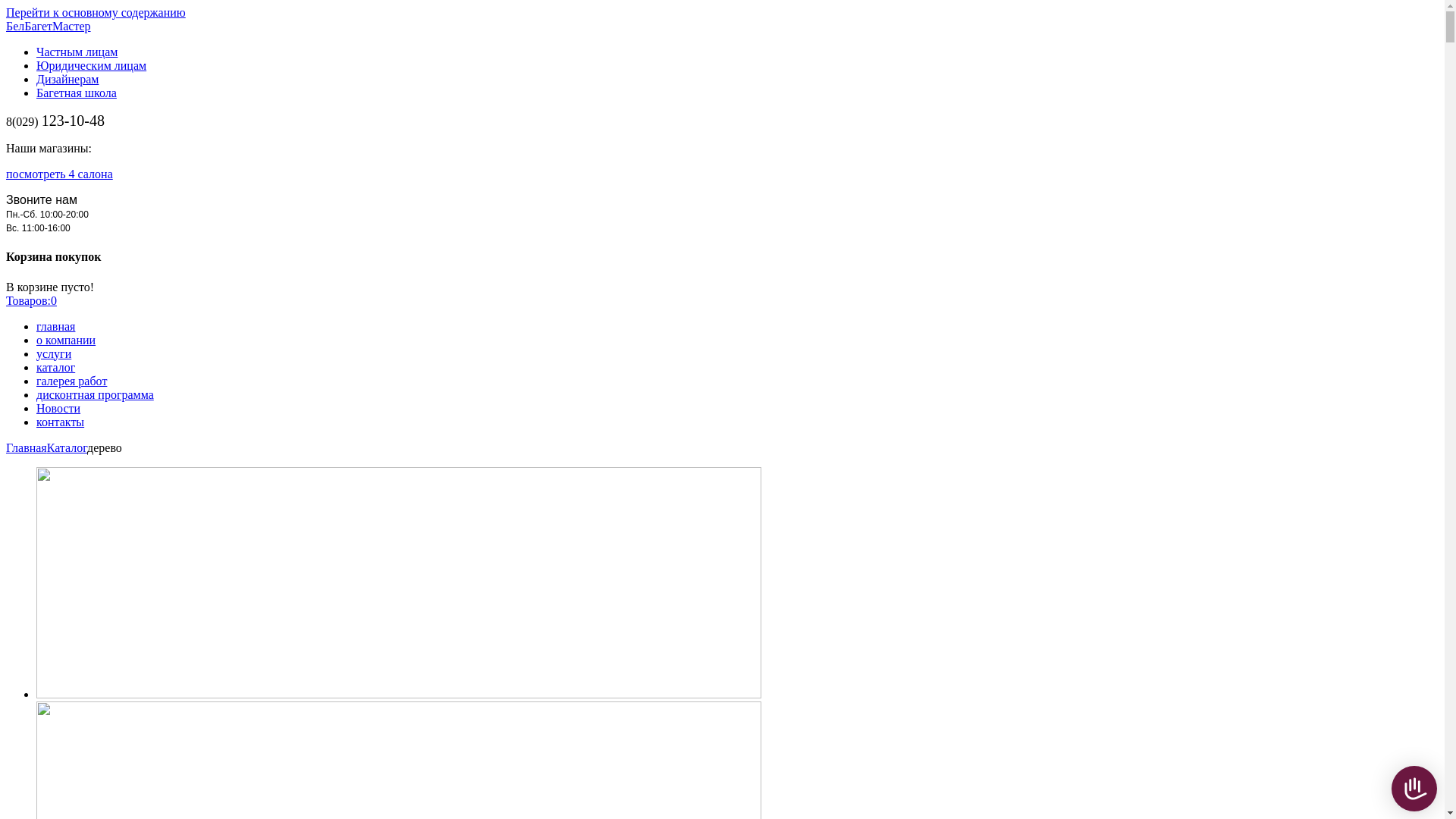  What do you see at coordinates (55, 121) in the screenshot?
I see `'8(029) 123-10-48'` at bounding box center [55, 121].